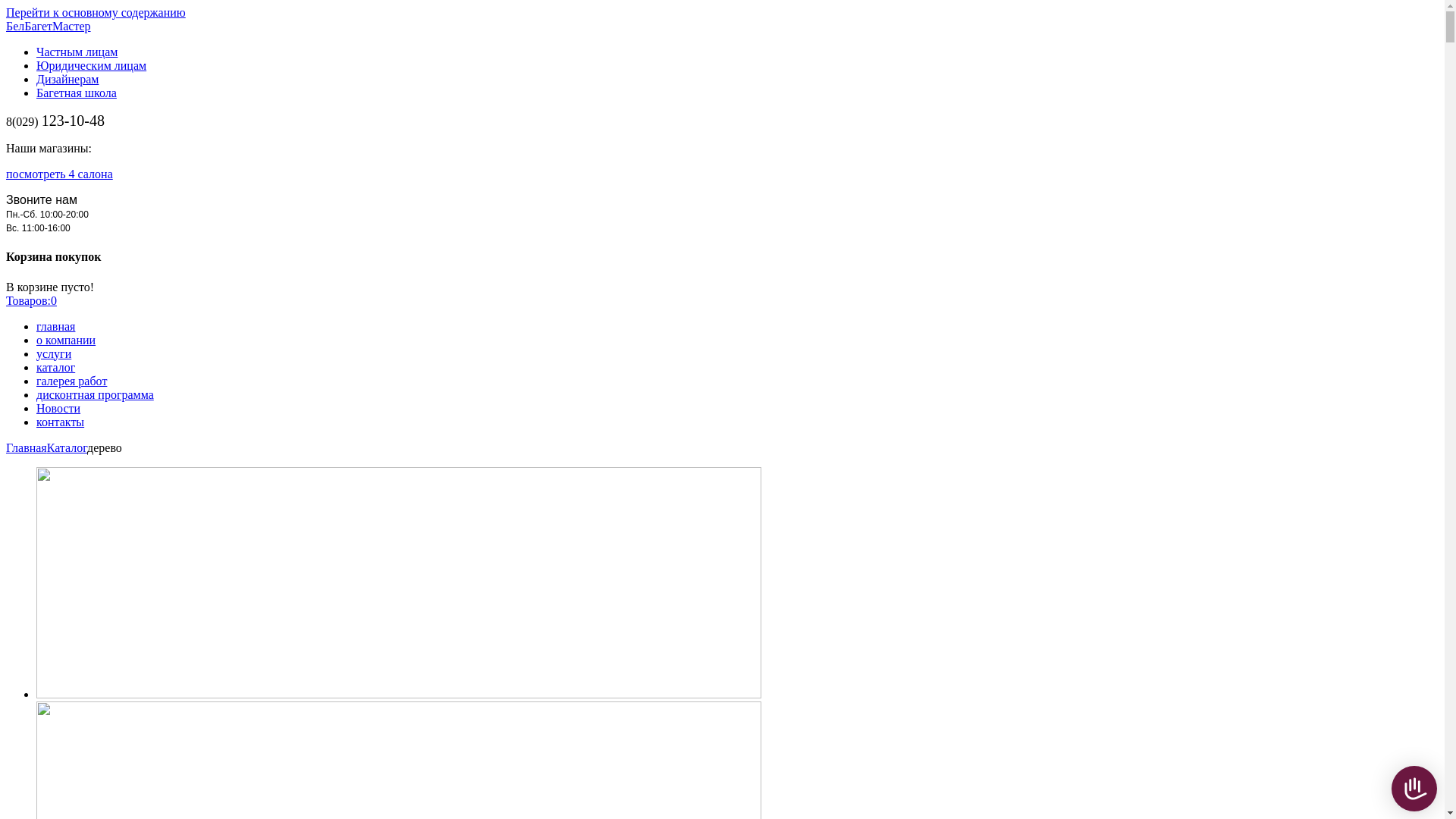  What do you see at coordinates (55, 121) in the screenshot?
I see `'8(029) 123-10-48'` at bounding box center [55, 121].